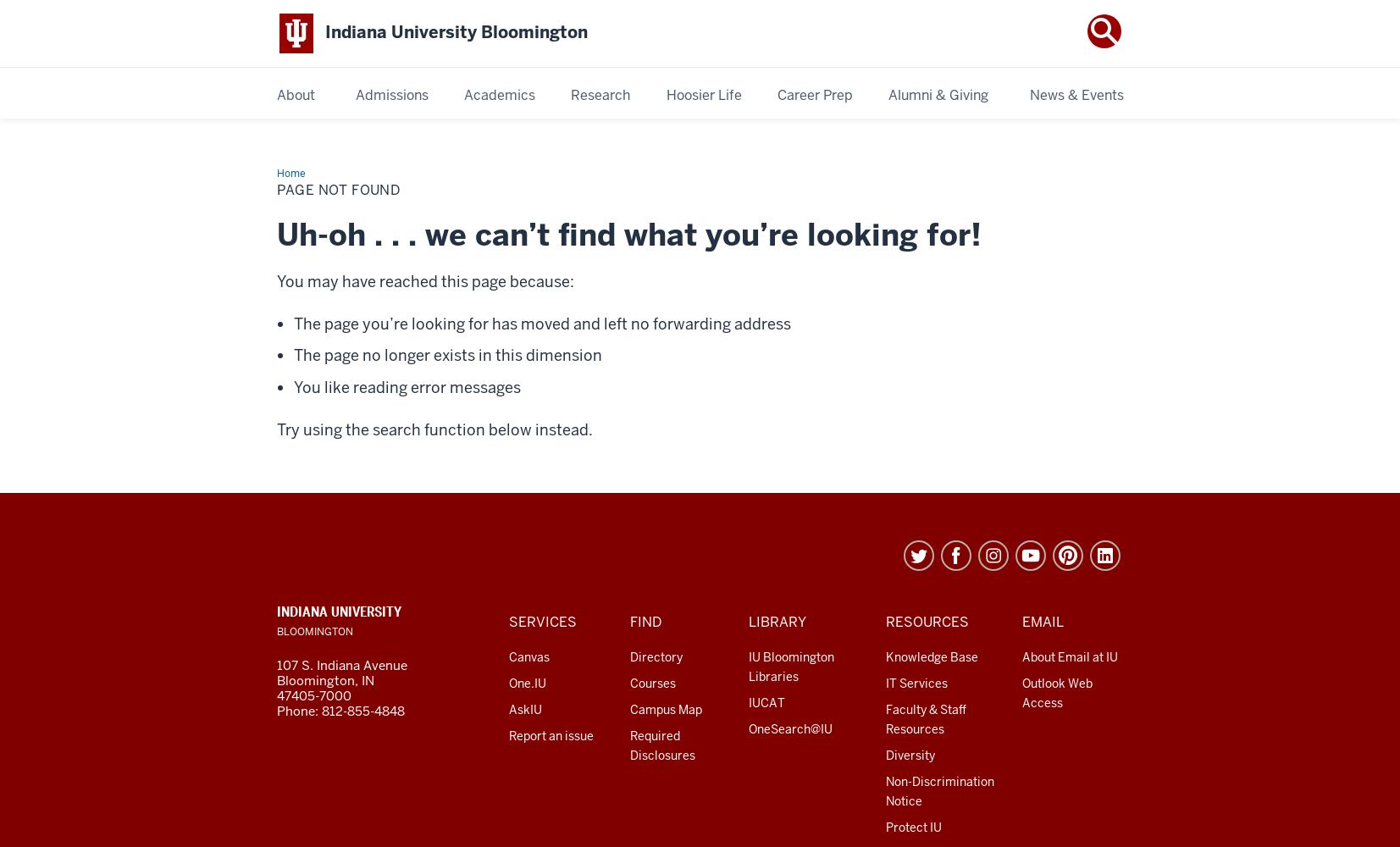  Describe the element at coordinates (599, 93) in the screenshot. I see `'Research'` at that location.